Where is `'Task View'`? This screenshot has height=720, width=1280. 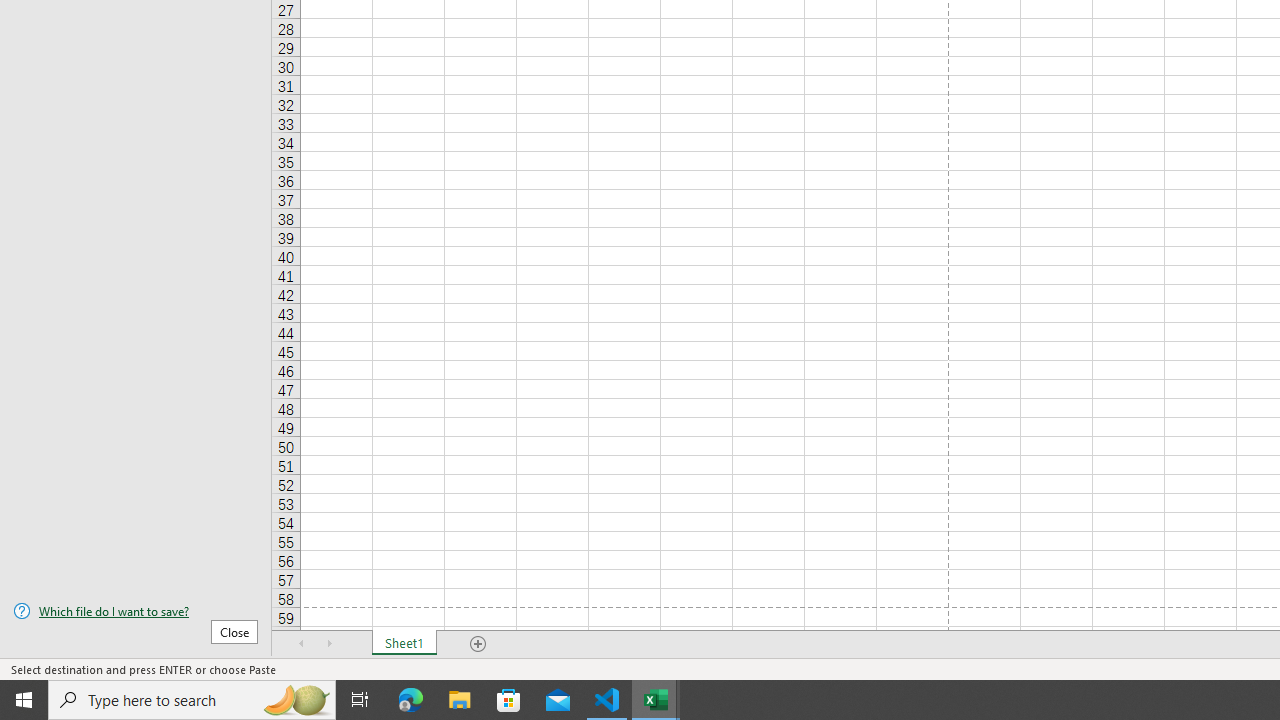
'Task View' is located at coordinates (359, 698).